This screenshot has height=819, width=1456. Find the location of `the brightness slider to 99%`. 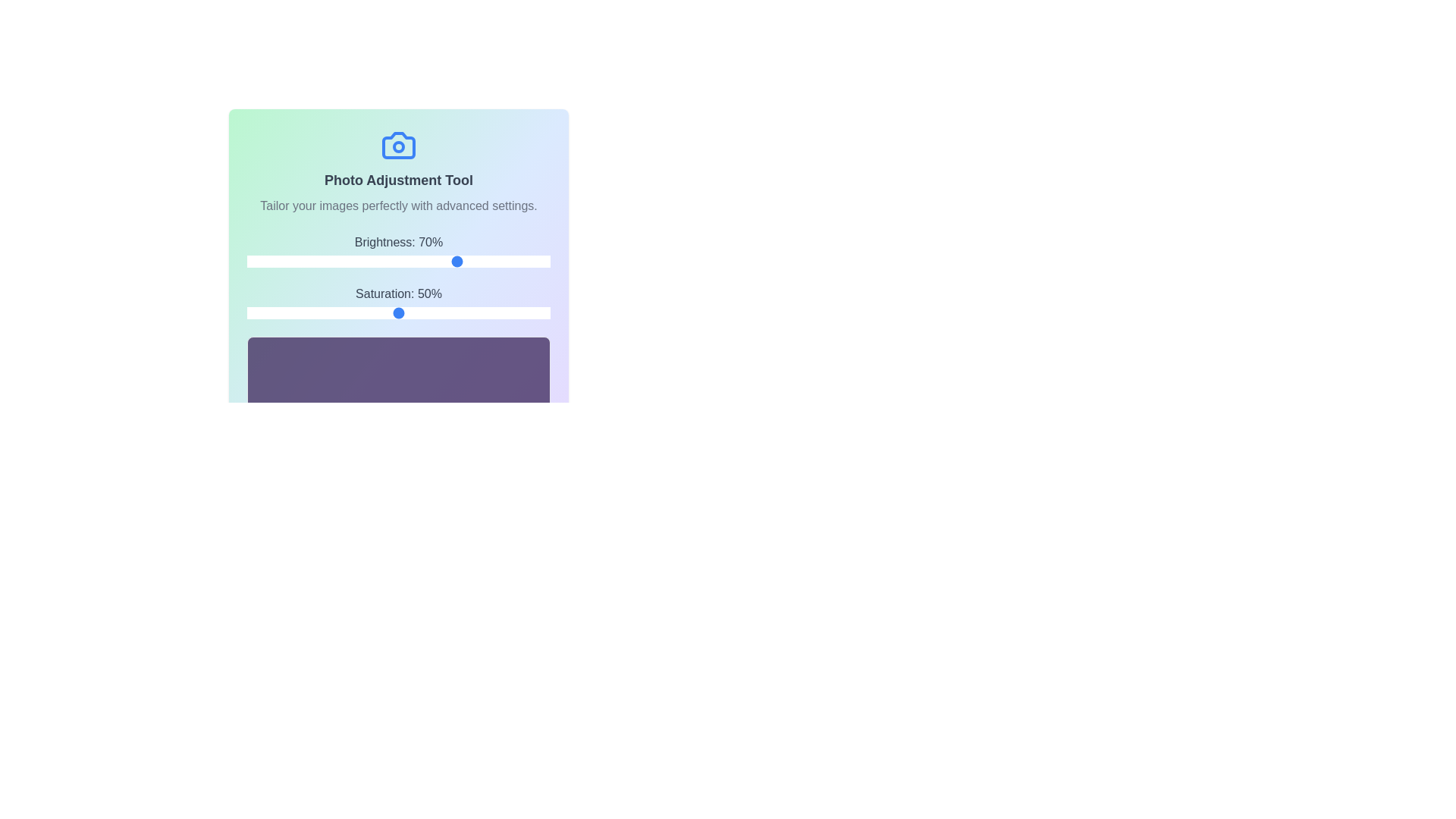

the brightness slider to 99% is located at coordinates (546, 260).